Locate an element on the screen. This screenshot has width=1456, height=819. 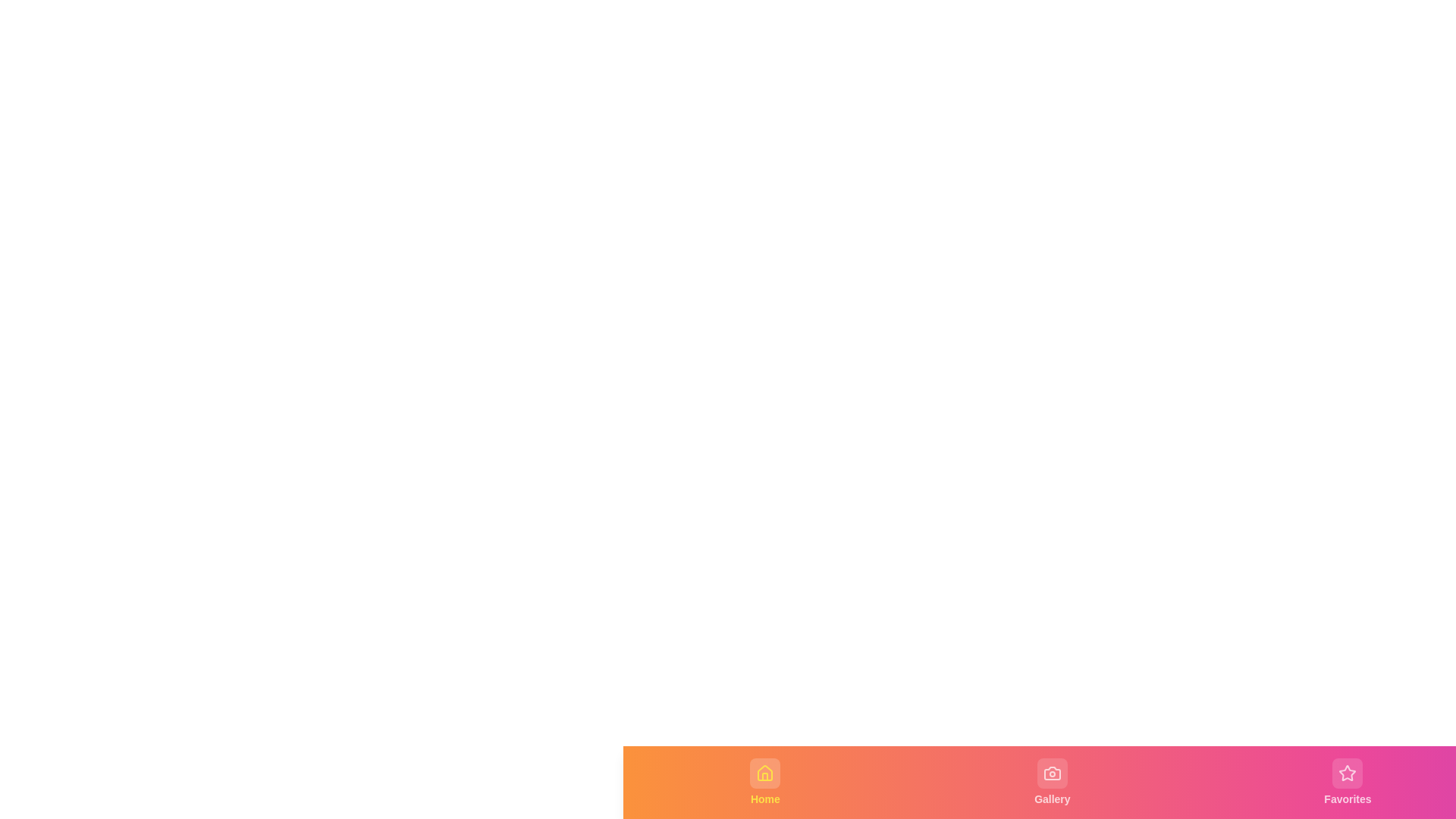
the Gallery tab to observe the visual feedback is located at coordinates (1051, 783).